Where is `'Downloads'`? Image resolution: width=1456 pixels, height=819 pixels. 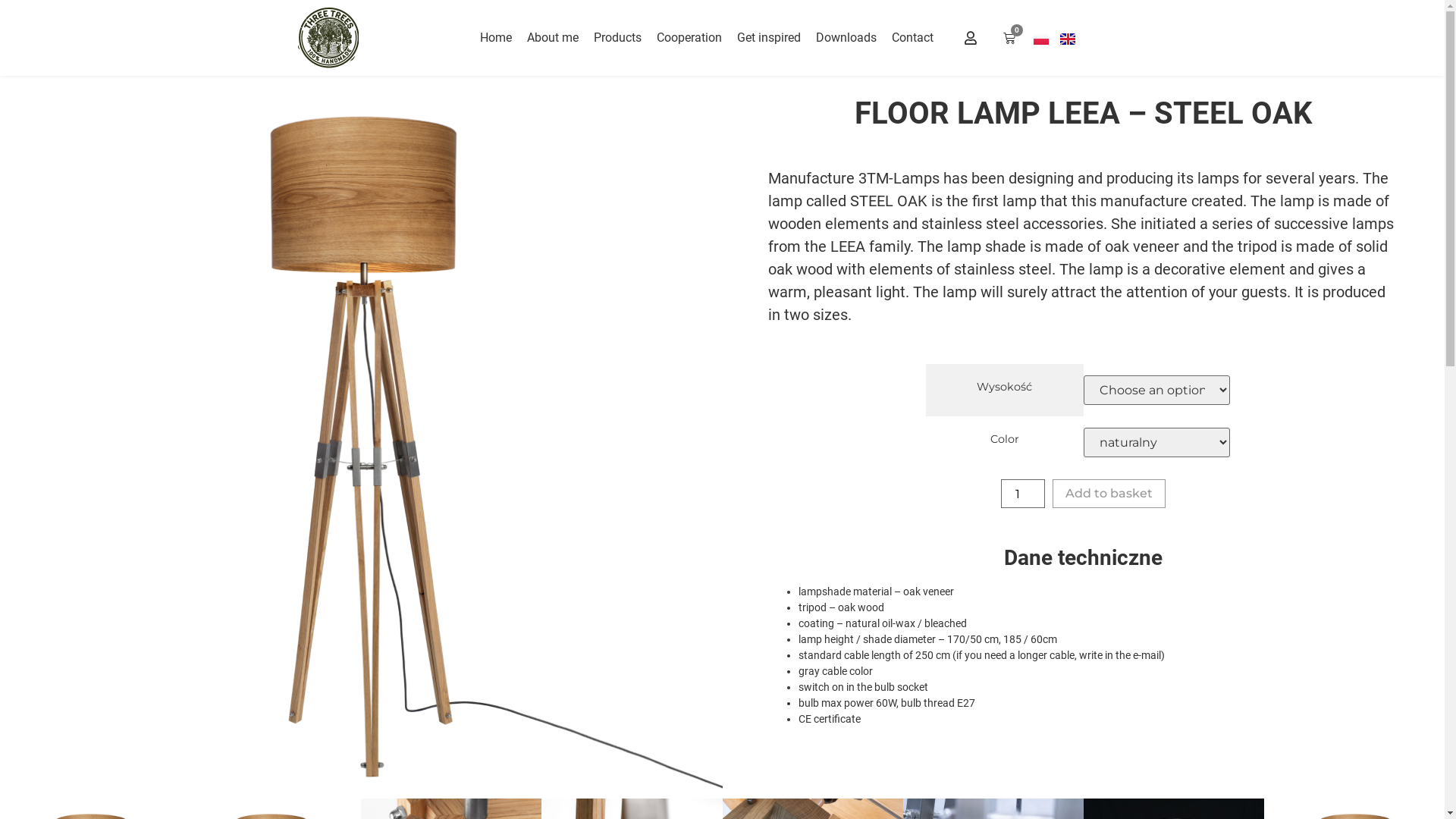 'Downloads' is located at coordinates (807, 37).